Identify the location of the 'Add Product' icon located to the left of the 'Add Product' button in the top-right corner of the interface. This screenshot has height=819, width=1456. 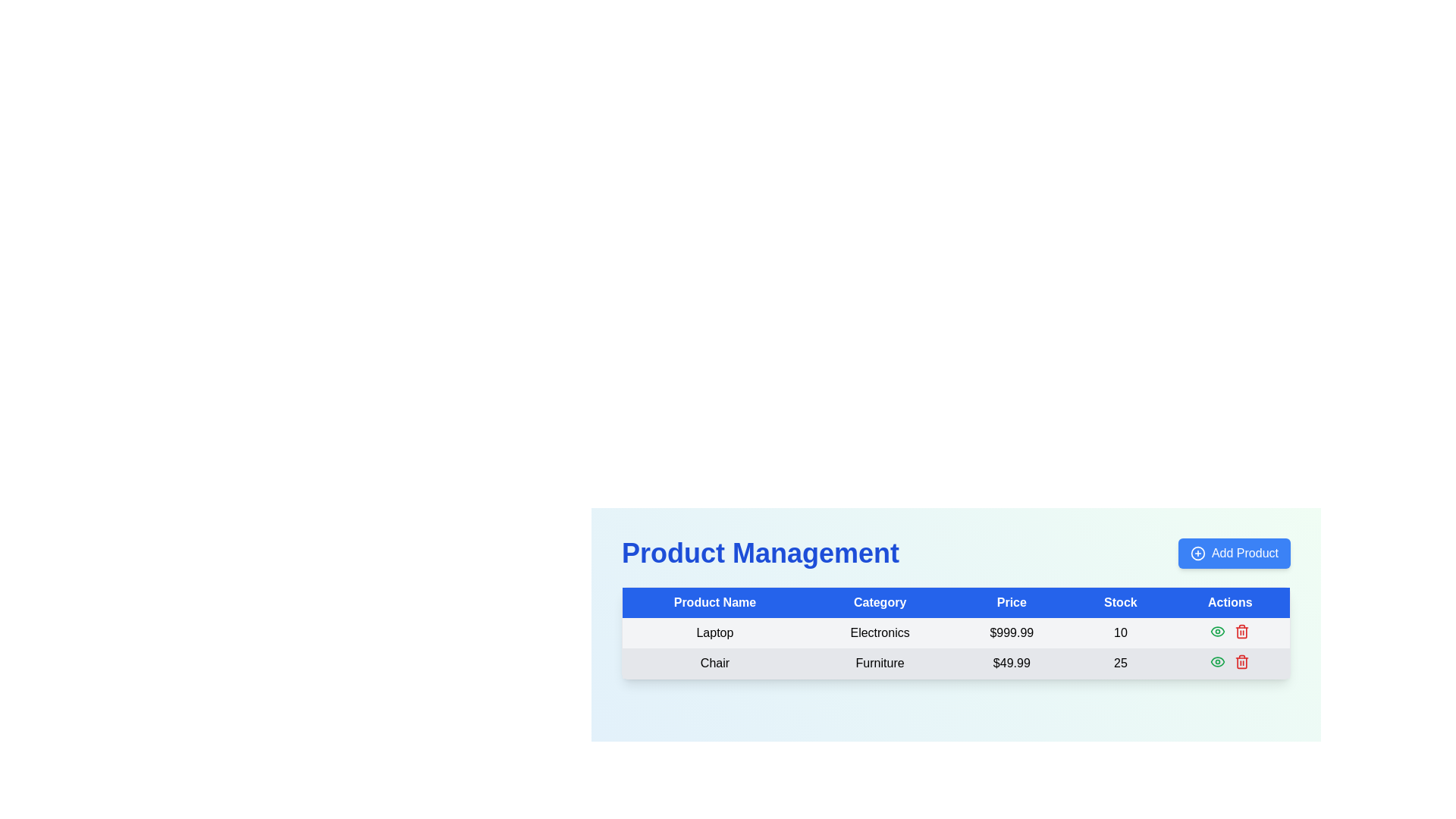
(1197, 553).